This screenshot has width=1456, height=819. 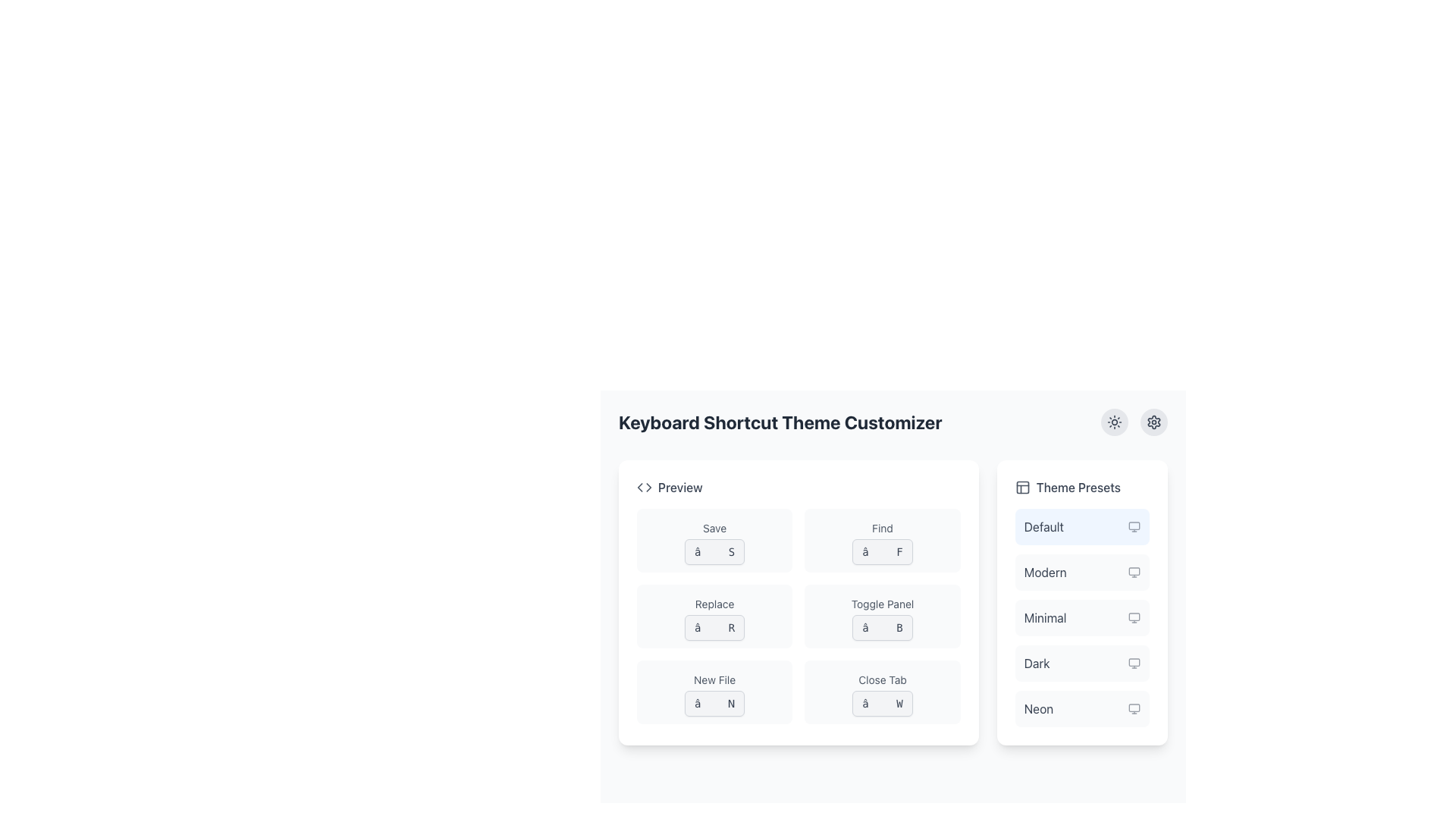 What do you see at coordinates (1134, 617) in the screenshot?
I see `the small, square-shaped icon with a monitor silhouette, located next to the text 'Minimal'` at bounding box center [1134, 617].